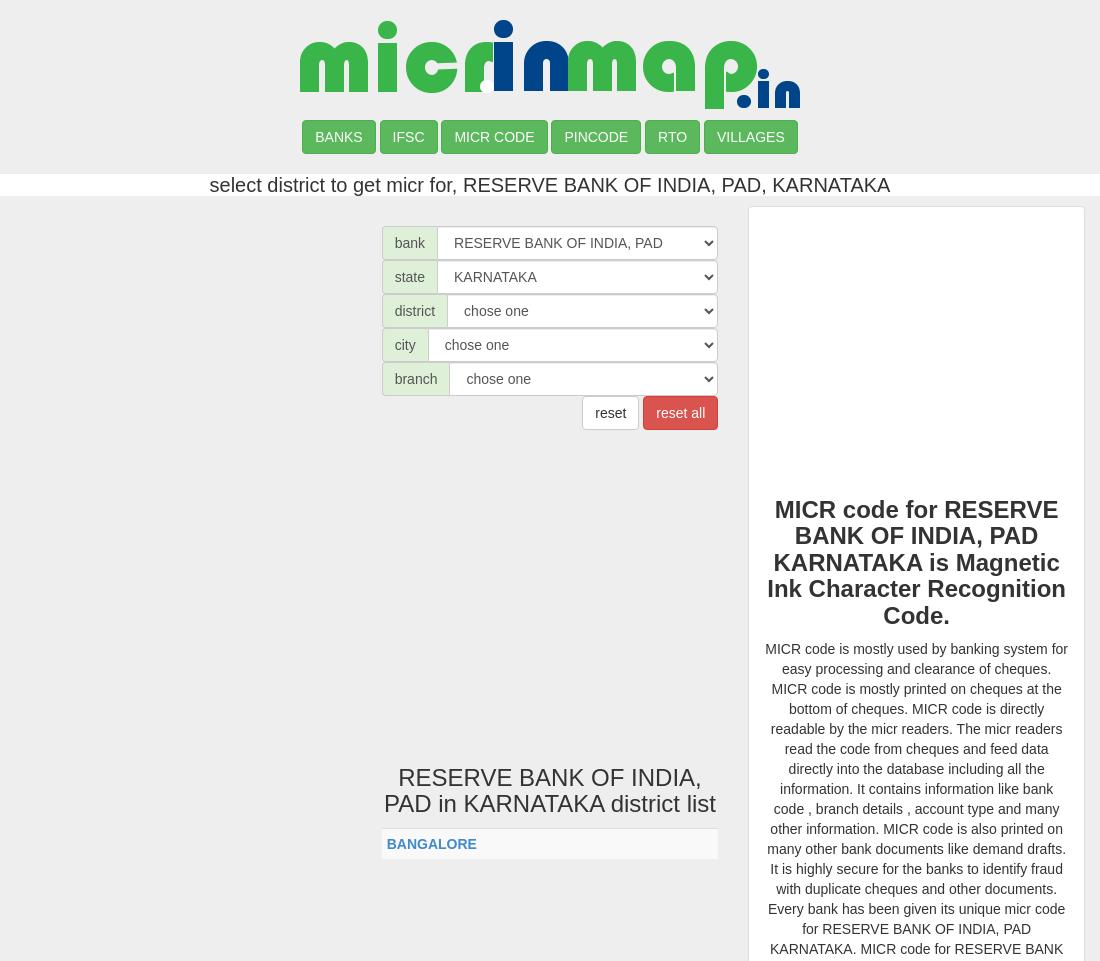 The height and width of the screenshot is (961, 1100). I want to click on 'PINCODE', so click(594, 136).